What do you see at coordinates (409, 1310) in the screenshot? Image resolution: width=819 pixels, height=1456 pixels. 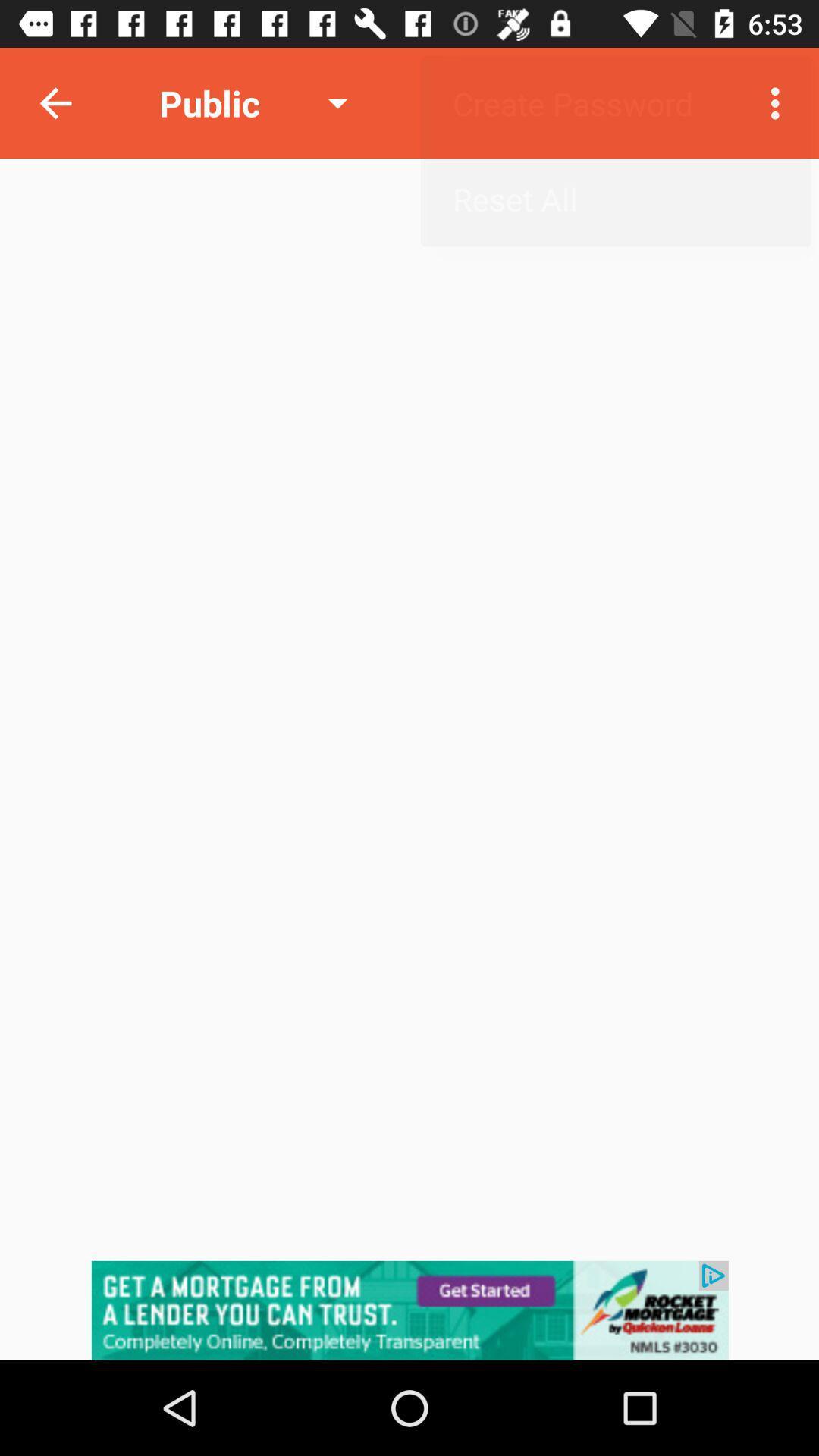 I see `the button is used to advertisement option` at bounding box center [409, 1310].